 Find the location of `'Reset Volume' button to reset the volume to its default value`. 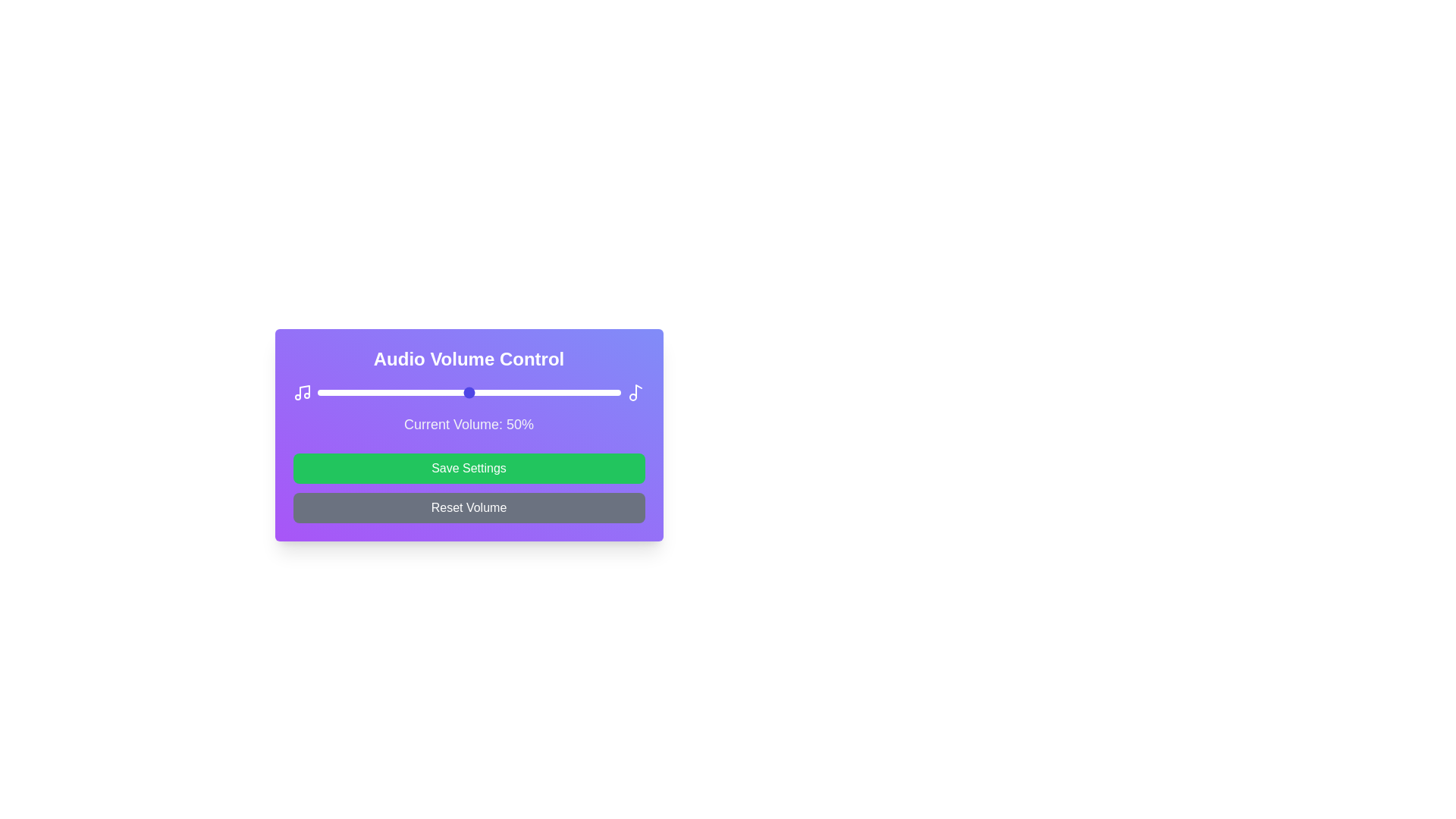

'Reset Volume' button to reset the volume to its default value is located at coordinates (468, 508).